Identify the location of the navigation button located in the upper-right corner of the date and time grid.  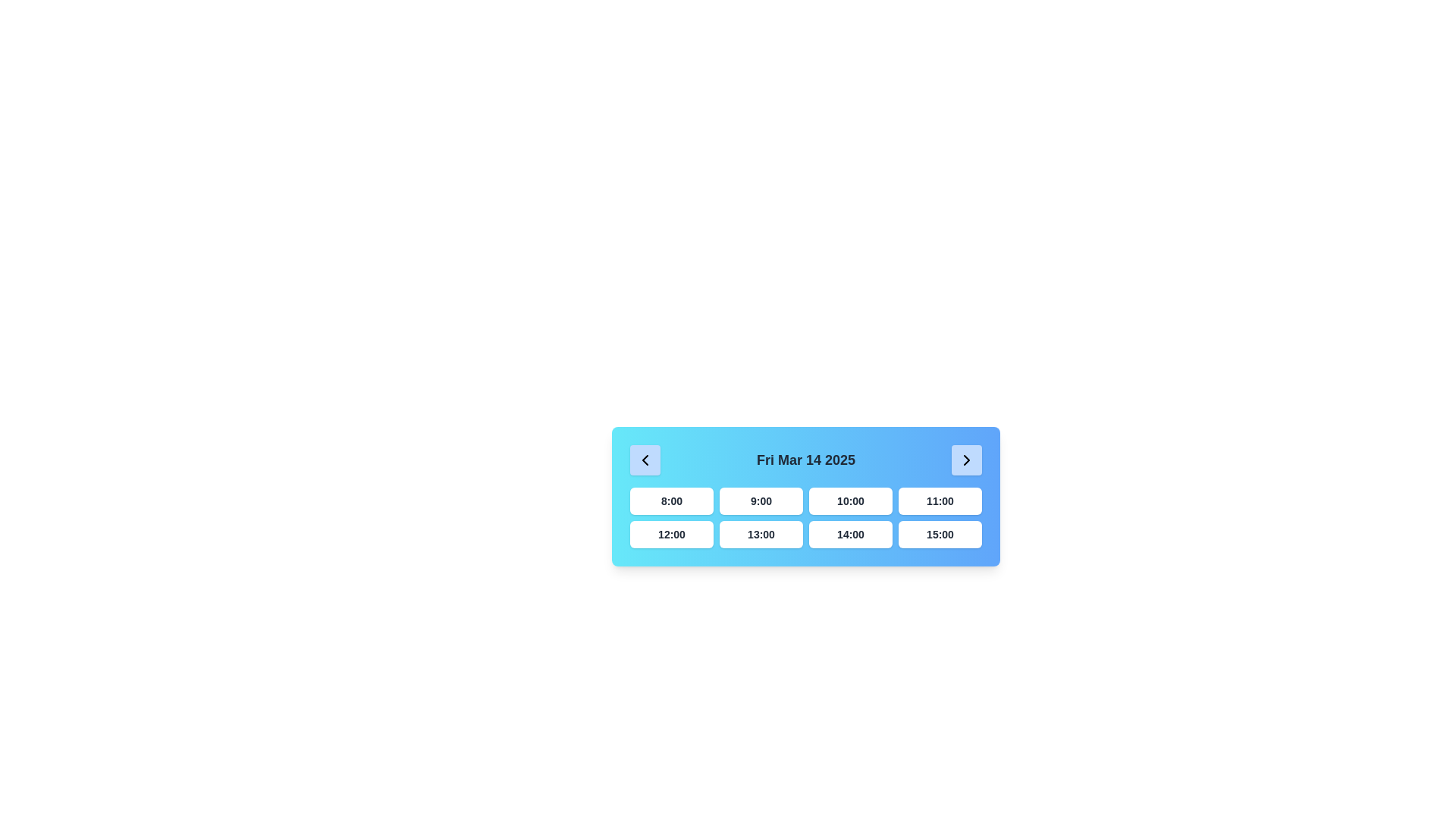
(966, 459).